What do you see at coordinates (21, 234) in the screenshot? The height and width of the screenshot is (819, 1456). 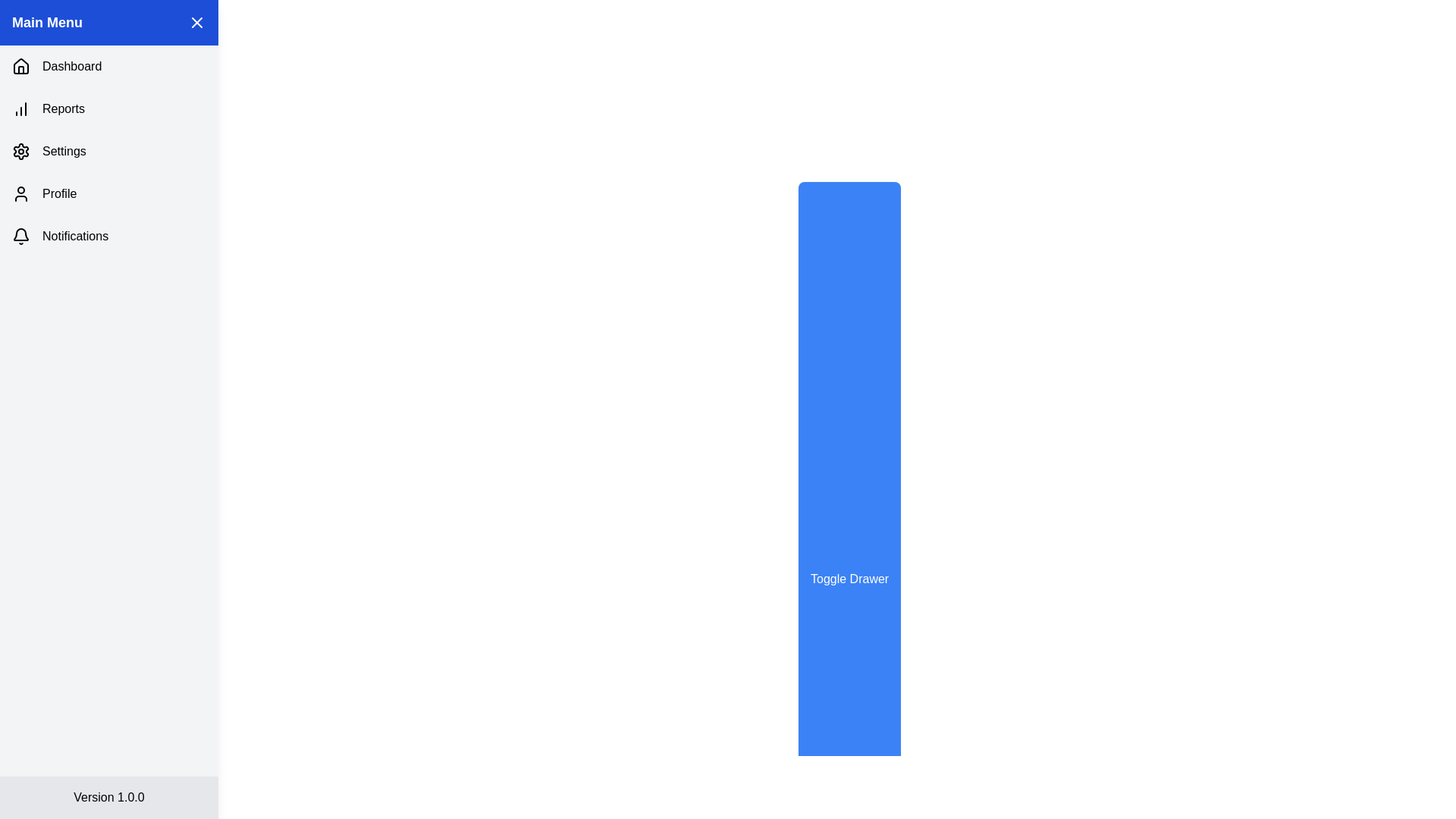 I see `the bell-shaped notification icon in the navigation menu` at bounding box center [21, 234].